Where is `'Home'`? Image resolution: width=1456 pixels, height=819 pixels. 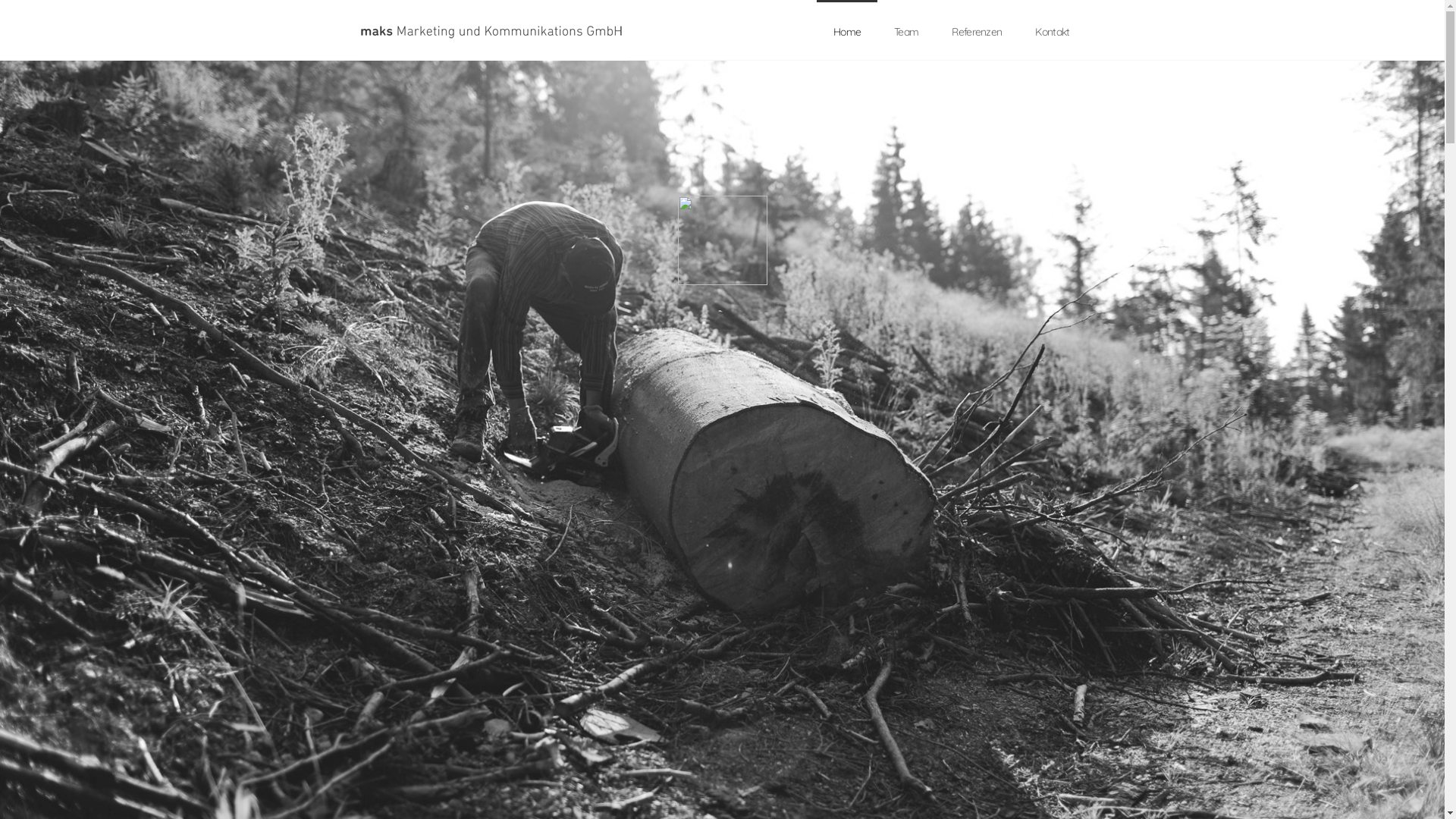 'Home' is located at coordinates (846, 31).